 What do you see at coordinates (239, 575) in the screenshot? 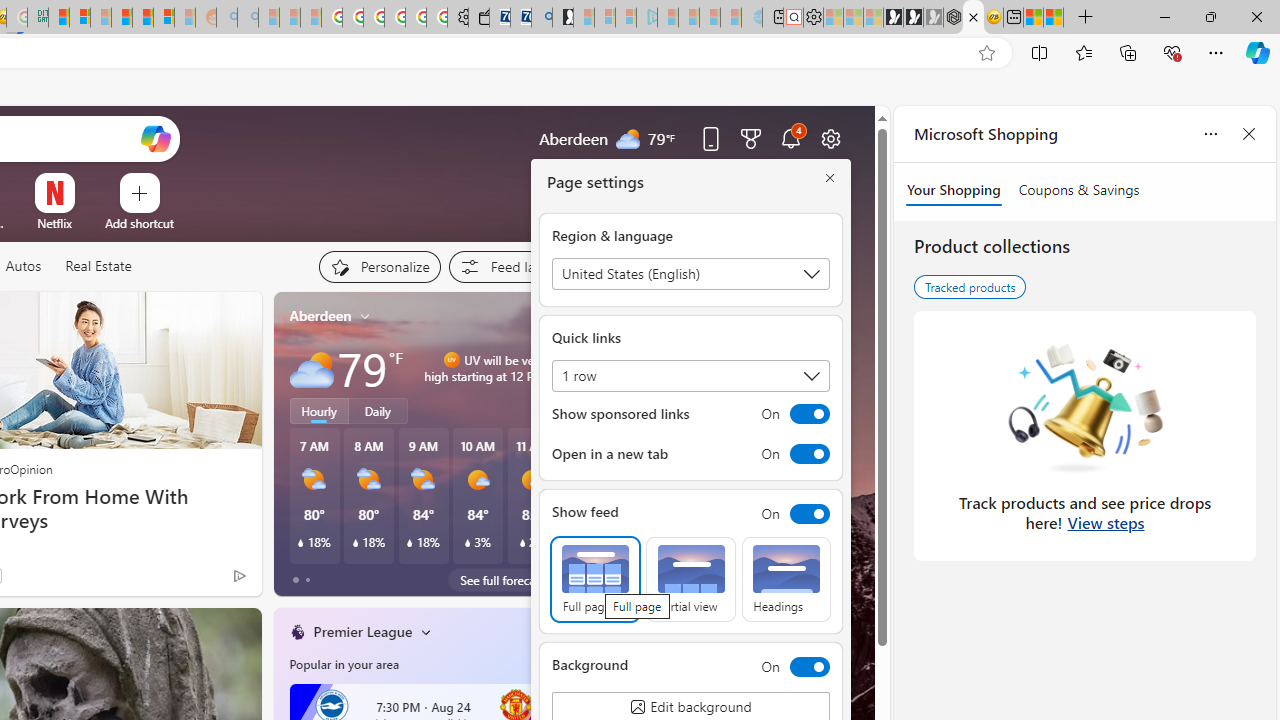
I see `'Ad Choice'` at bounding box center [239, 575].